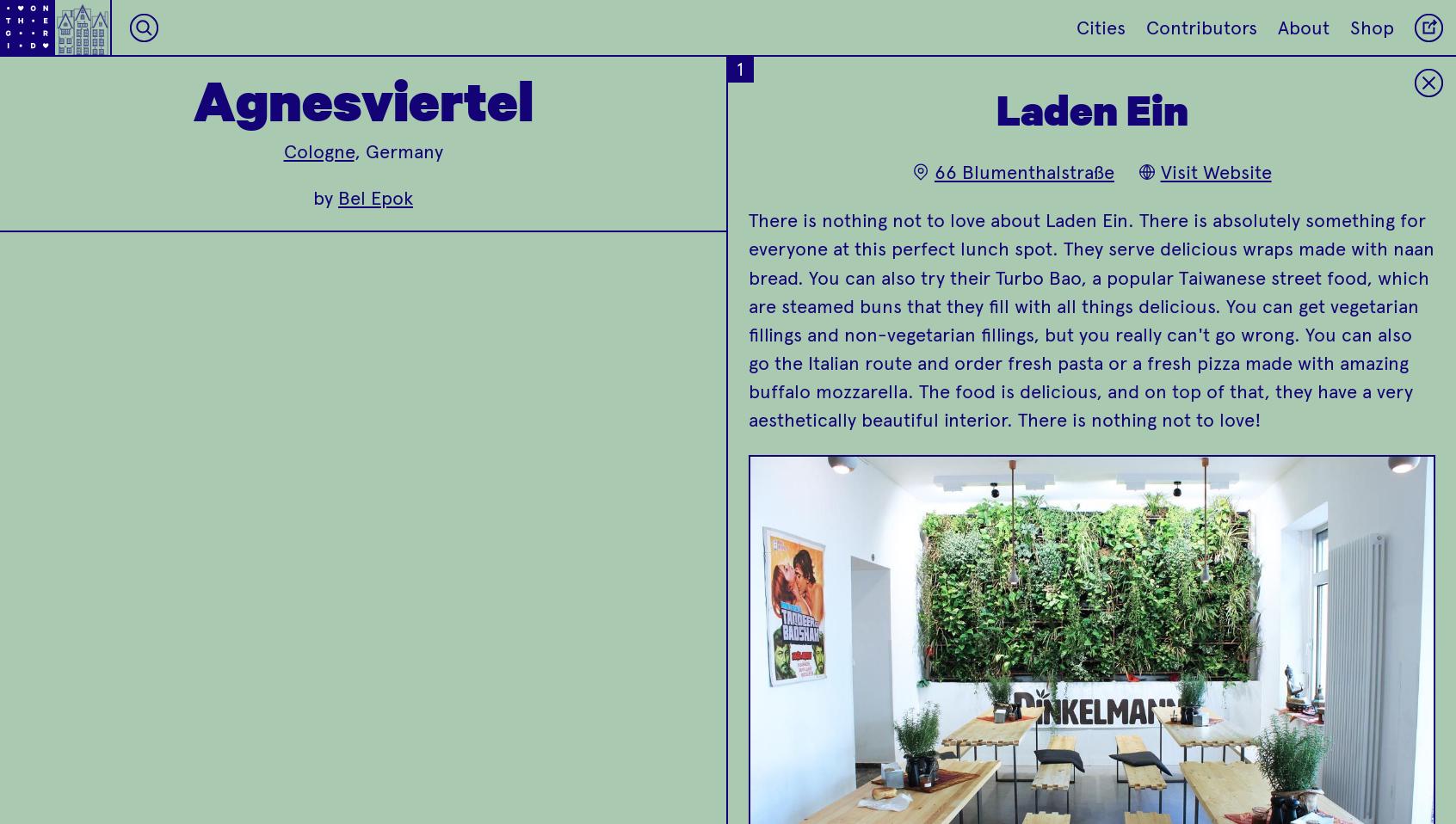  I want to click on 'Always make sure you leave room for dessert because you won't want to miss out on their freshly baked cakes!', so click(854, 637).